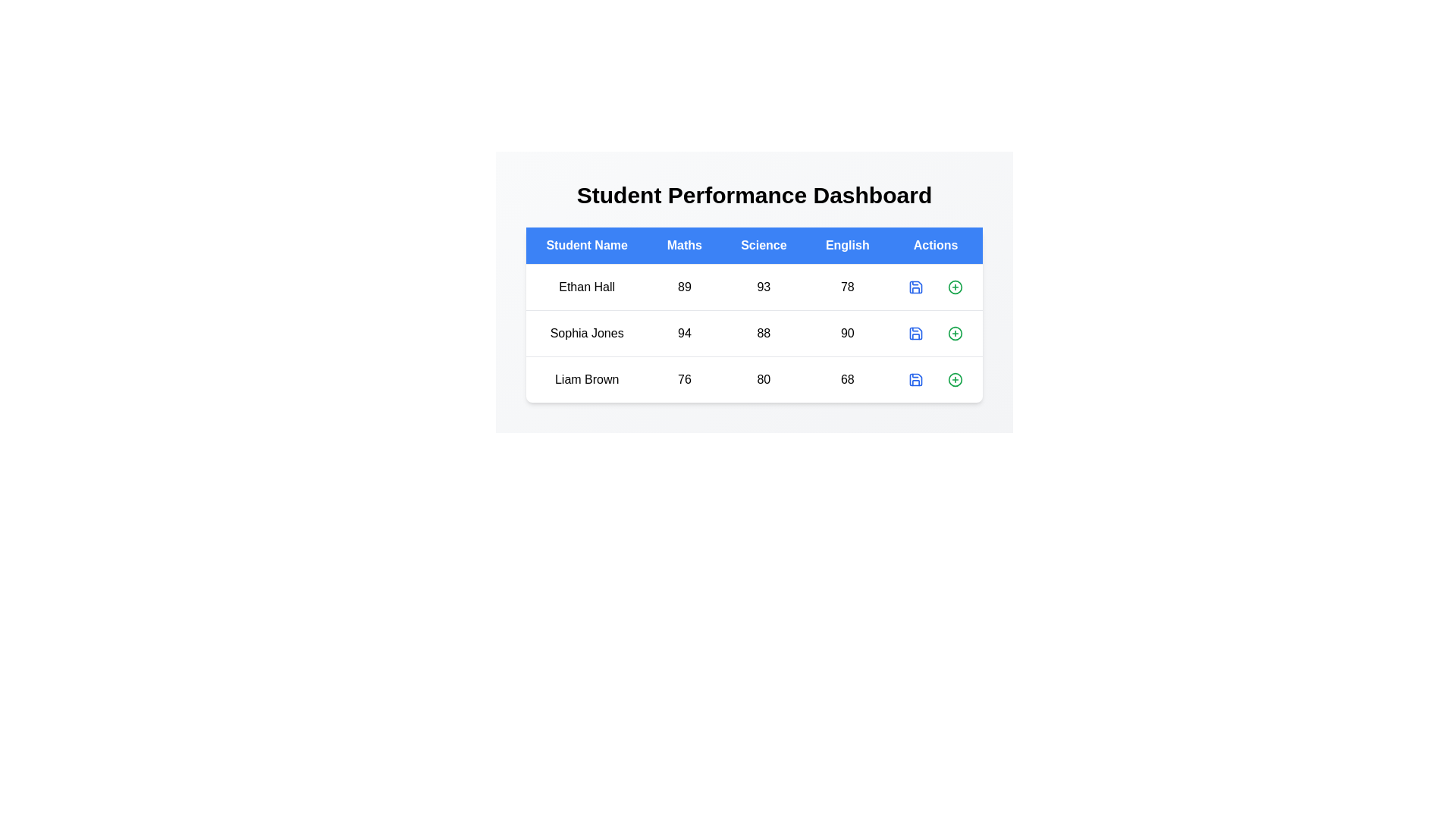  I want to click on the table header to sort the column in descending order, so click(585, 245).